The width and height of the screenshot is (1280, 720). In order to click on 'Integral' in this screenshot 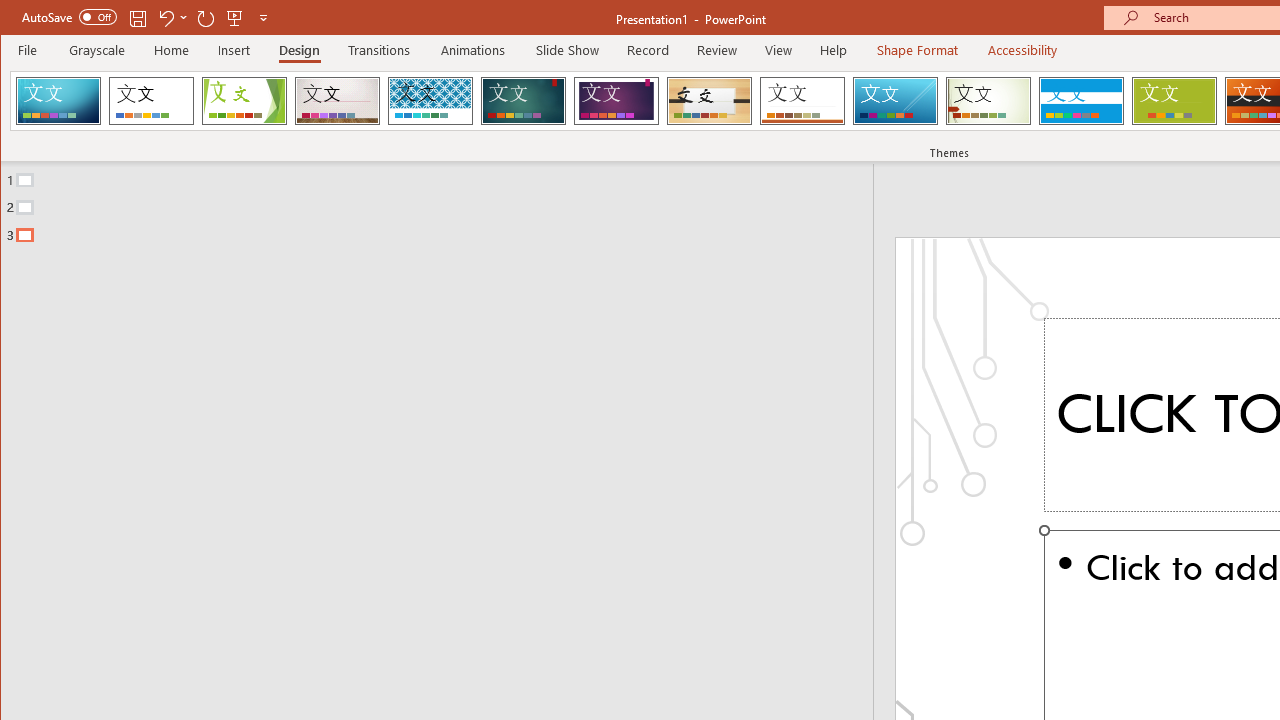, I will do `click(429, 100)`.